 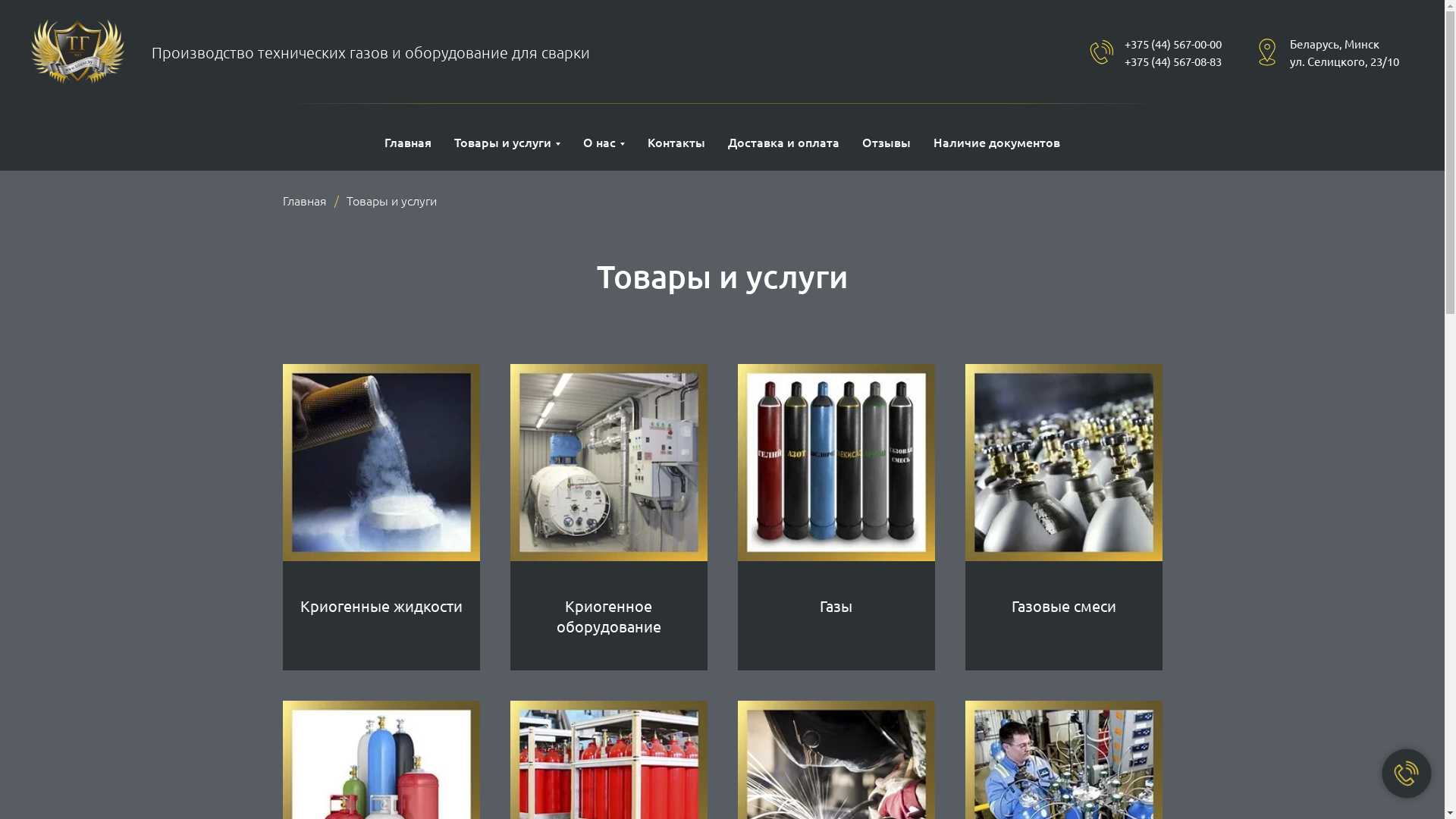 I want to click on '+375 (44) 567-08-83', so click(x=1172, y=60).